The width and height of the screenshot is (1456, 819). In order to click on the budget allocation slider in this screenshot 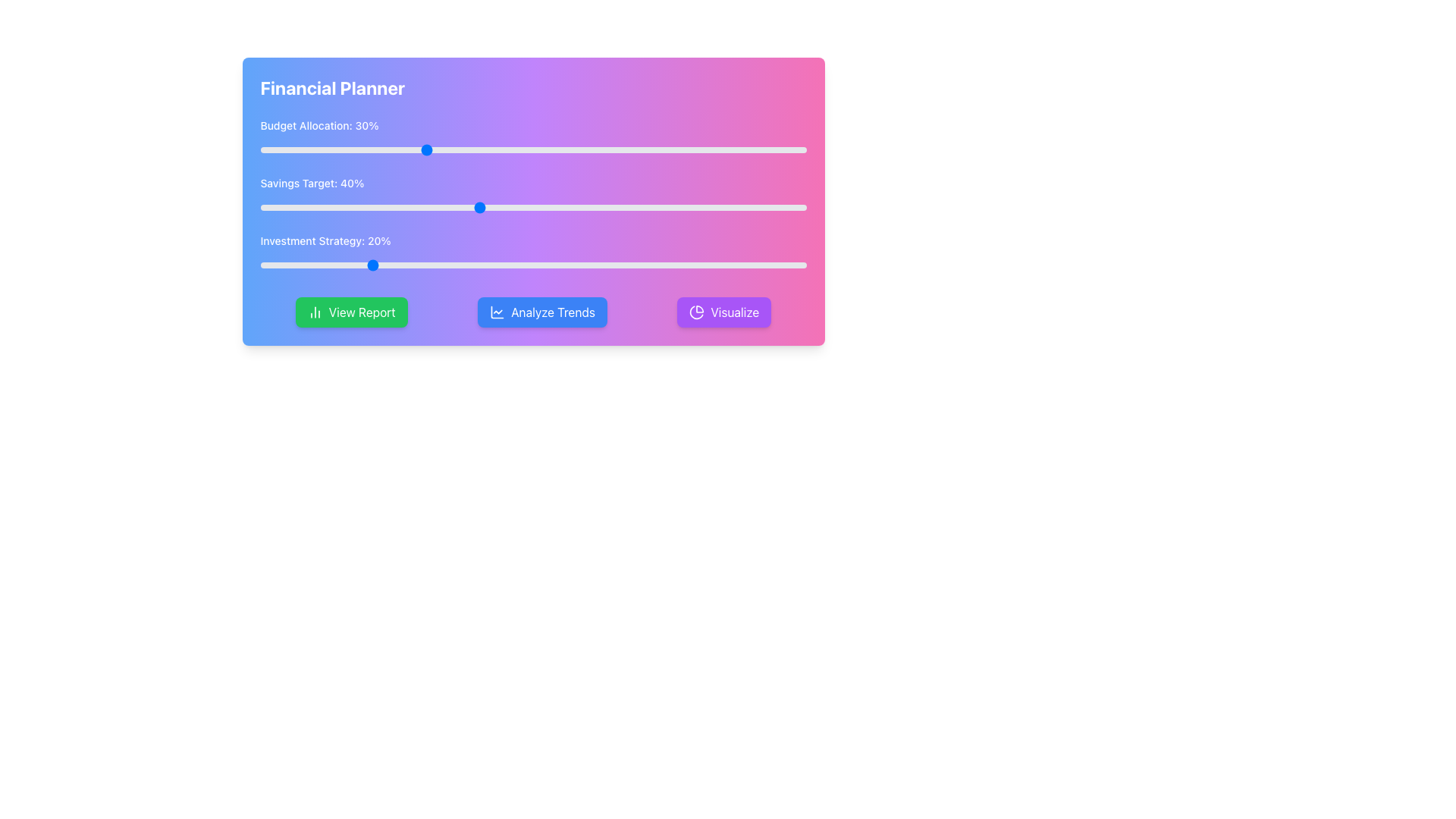, I will do `click(741, 149)`.